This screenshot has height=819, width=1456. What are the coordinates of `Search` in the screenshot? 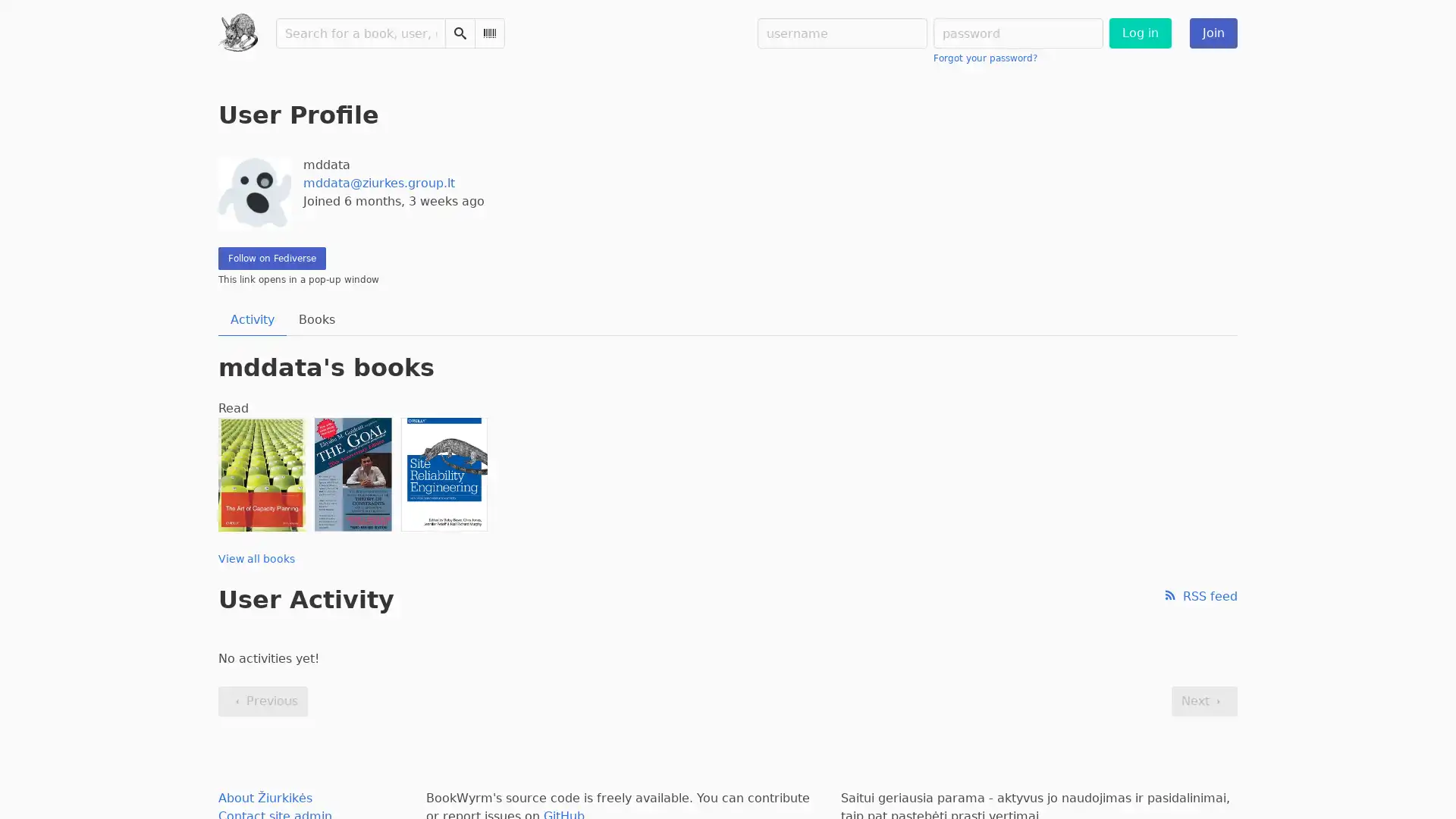 It's located at (458, 33).